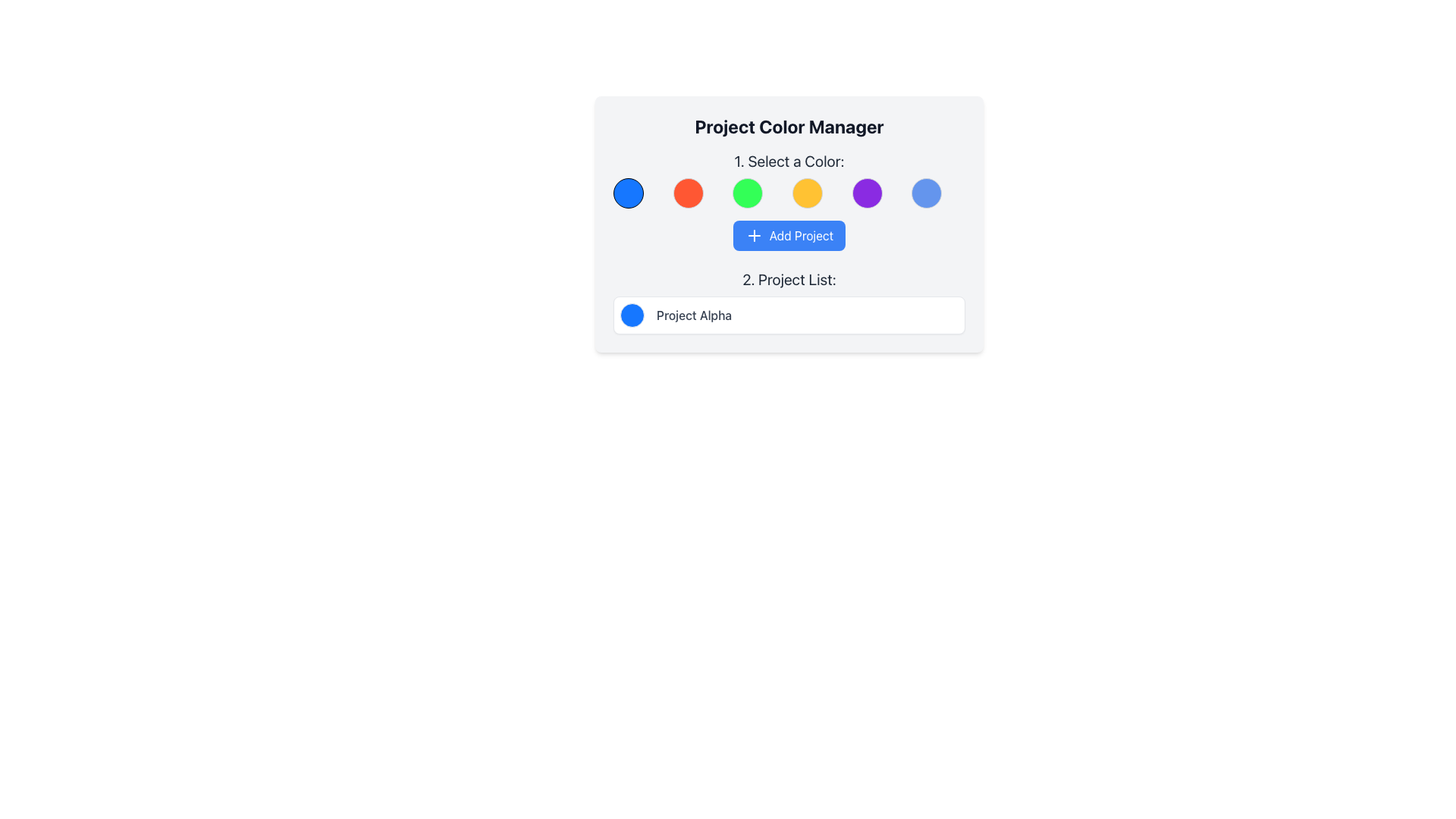 This screenshot has width=1456, height=819. Describe the element at coordinates (789, 161) in the screenshot. I see `the static text element that serves as a heading or instruction for selecting a color, located at the top of the content panel above the color options` at that location.